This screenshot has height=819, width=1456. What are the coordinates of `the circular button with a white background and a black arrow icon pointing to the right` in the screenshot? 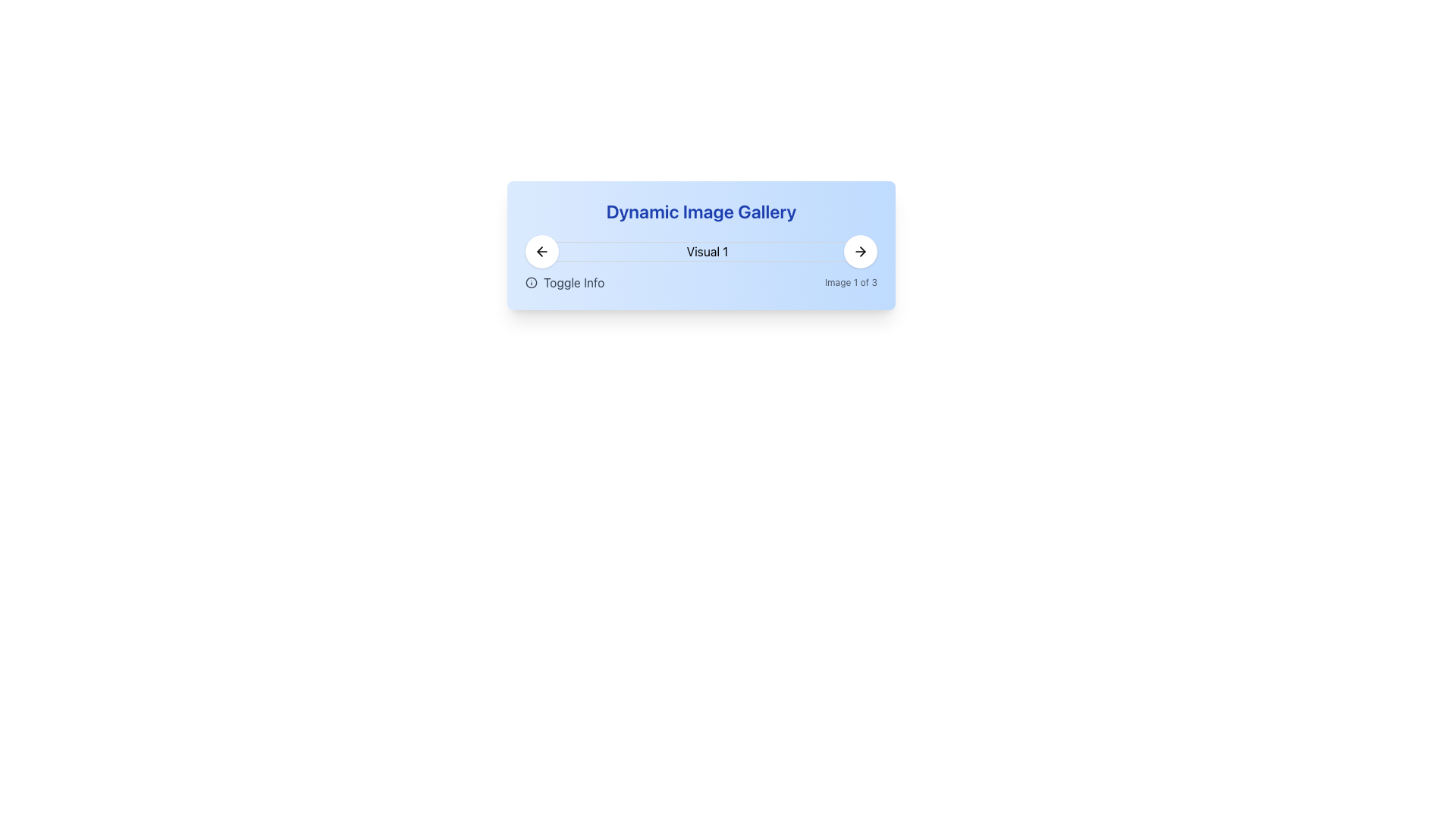 It's located at (860, 250).